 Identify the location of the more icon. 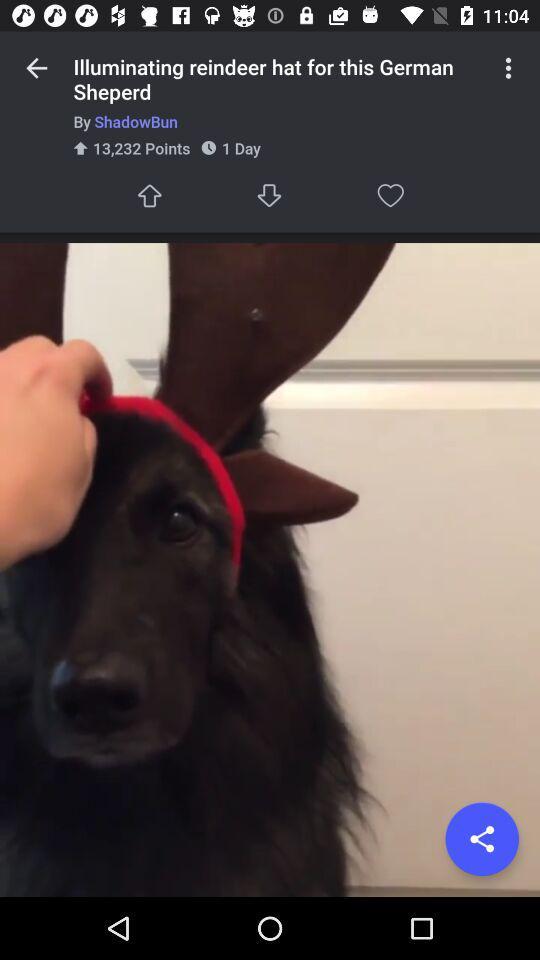
(508, 68).